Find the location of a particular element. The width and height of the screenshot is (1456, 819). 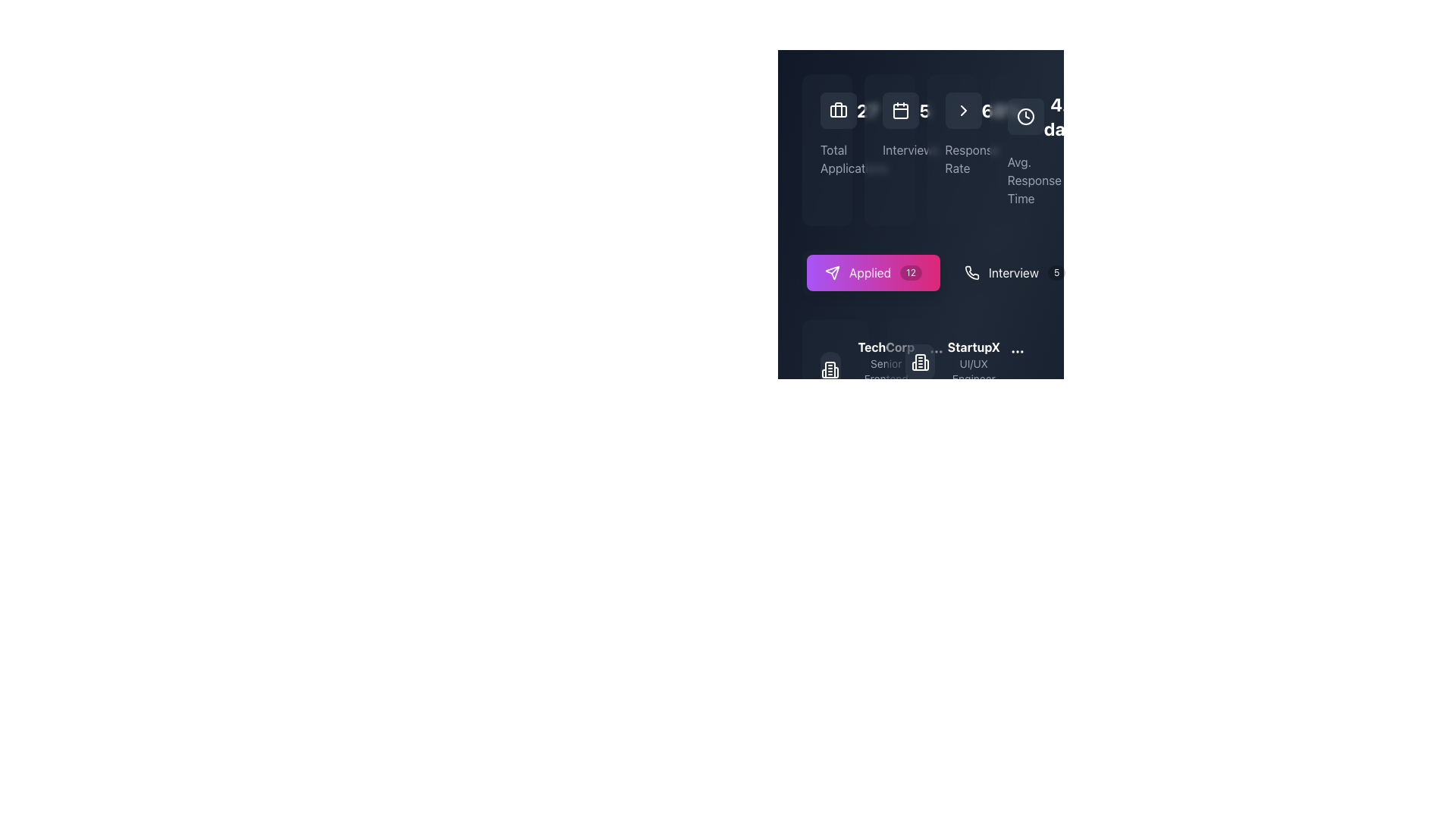

the Badge element next to the 'Applied' button, which indicates the count of items or actions associated with it is located at coordinates (910, 271).